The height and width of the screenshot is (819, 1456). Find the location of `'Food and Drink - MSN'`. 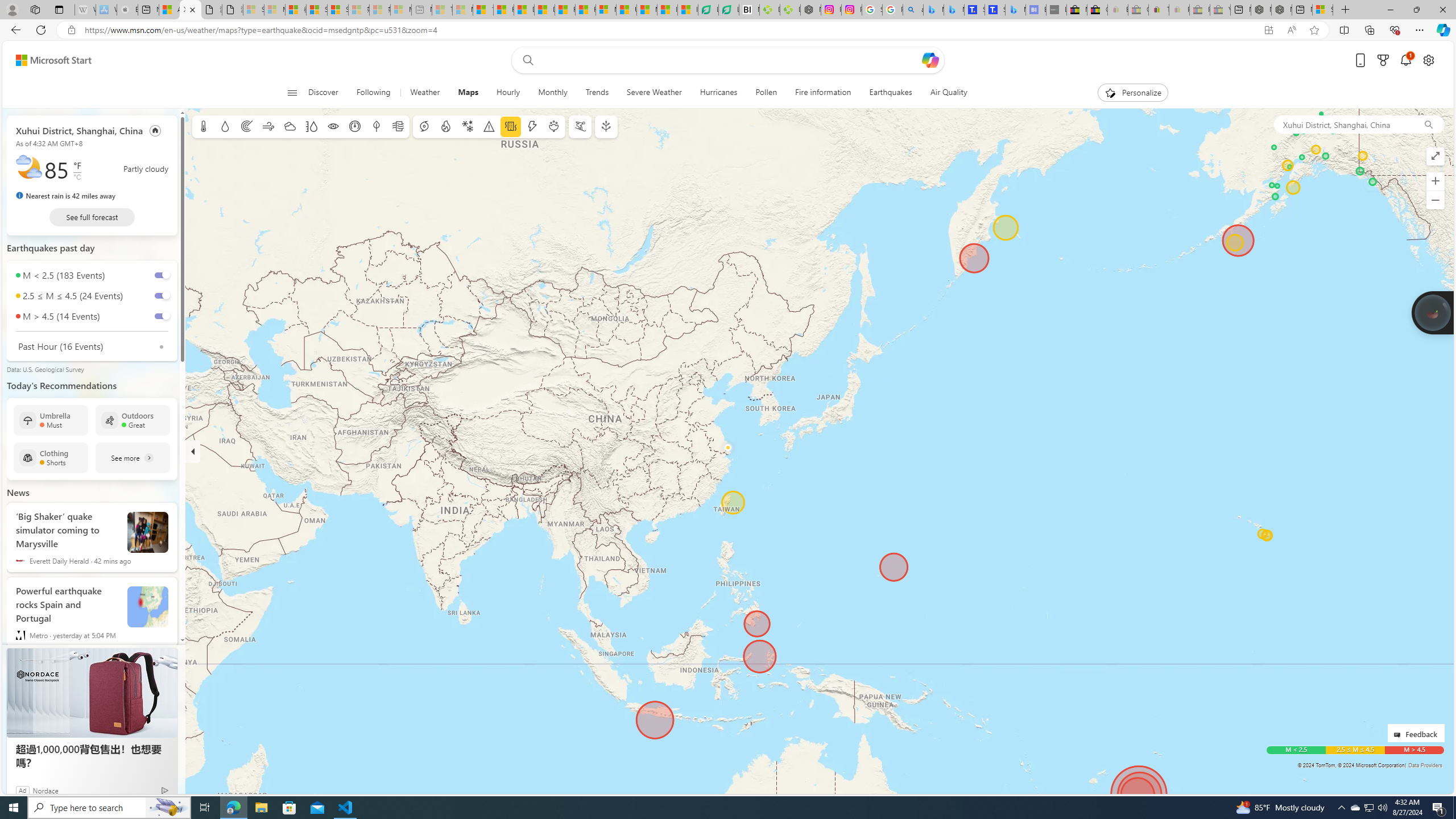

'Food and Drink - MSN' is located at coordinates (503, 9).